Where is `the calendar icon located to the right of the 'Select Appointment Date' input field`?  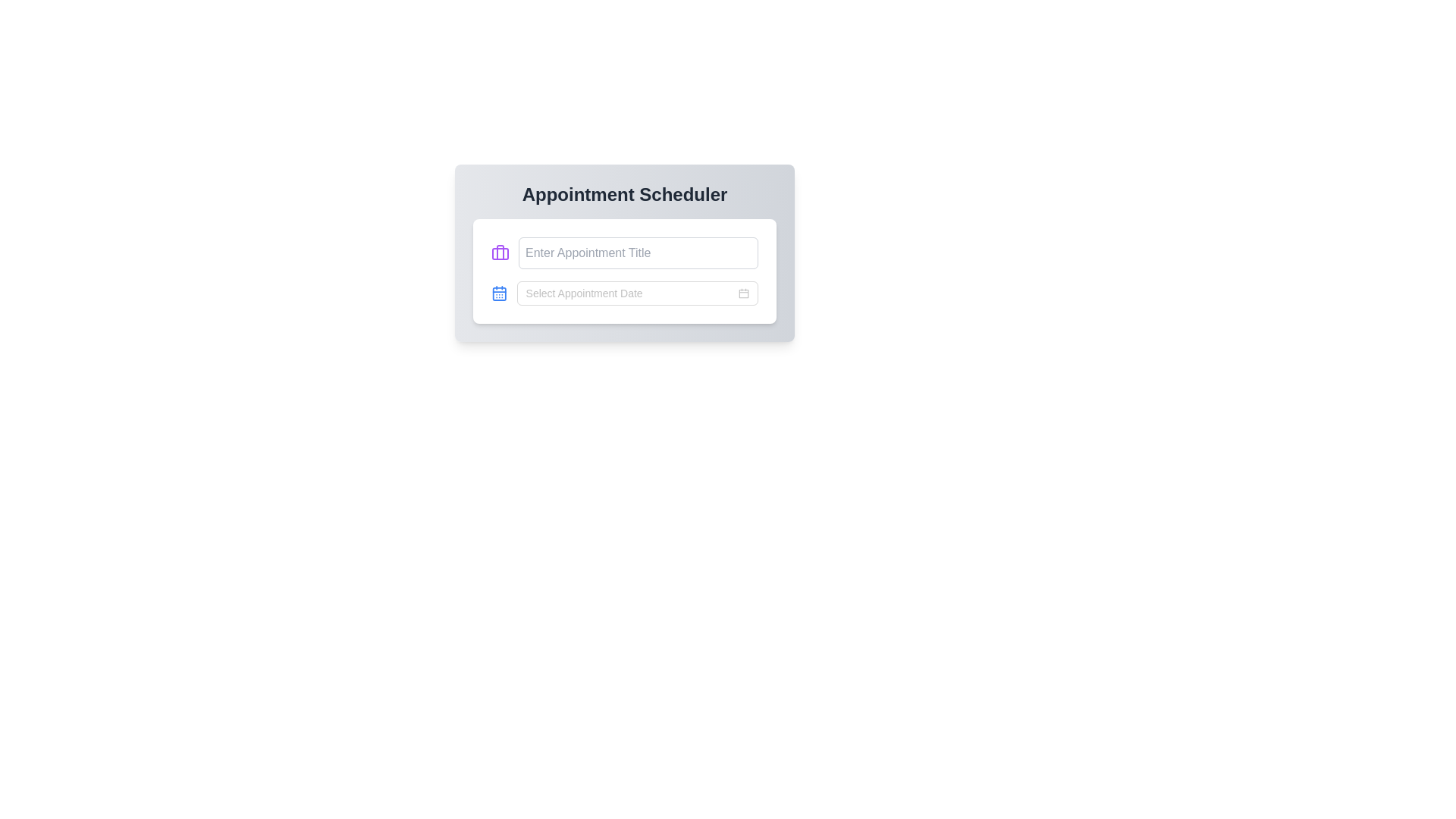
the calendar icon located to the right of the 'Select Appointment Date' input field is located at coordinates (743, 293).